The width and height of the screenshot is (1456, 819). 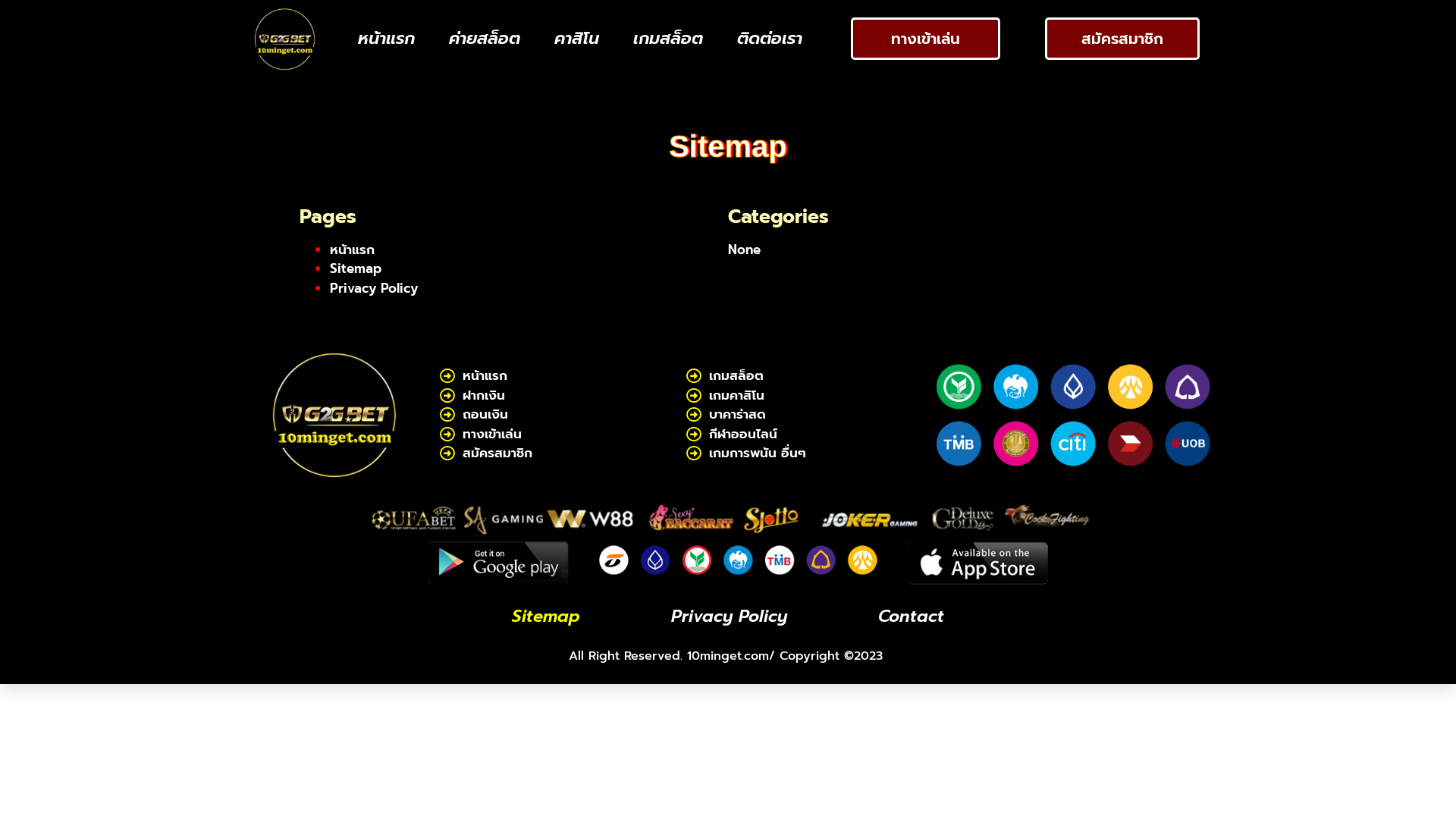 What do you see at coordinates (870, 617) in the screenshot?
I see `'Contact'` at bounding box center [870, 617].